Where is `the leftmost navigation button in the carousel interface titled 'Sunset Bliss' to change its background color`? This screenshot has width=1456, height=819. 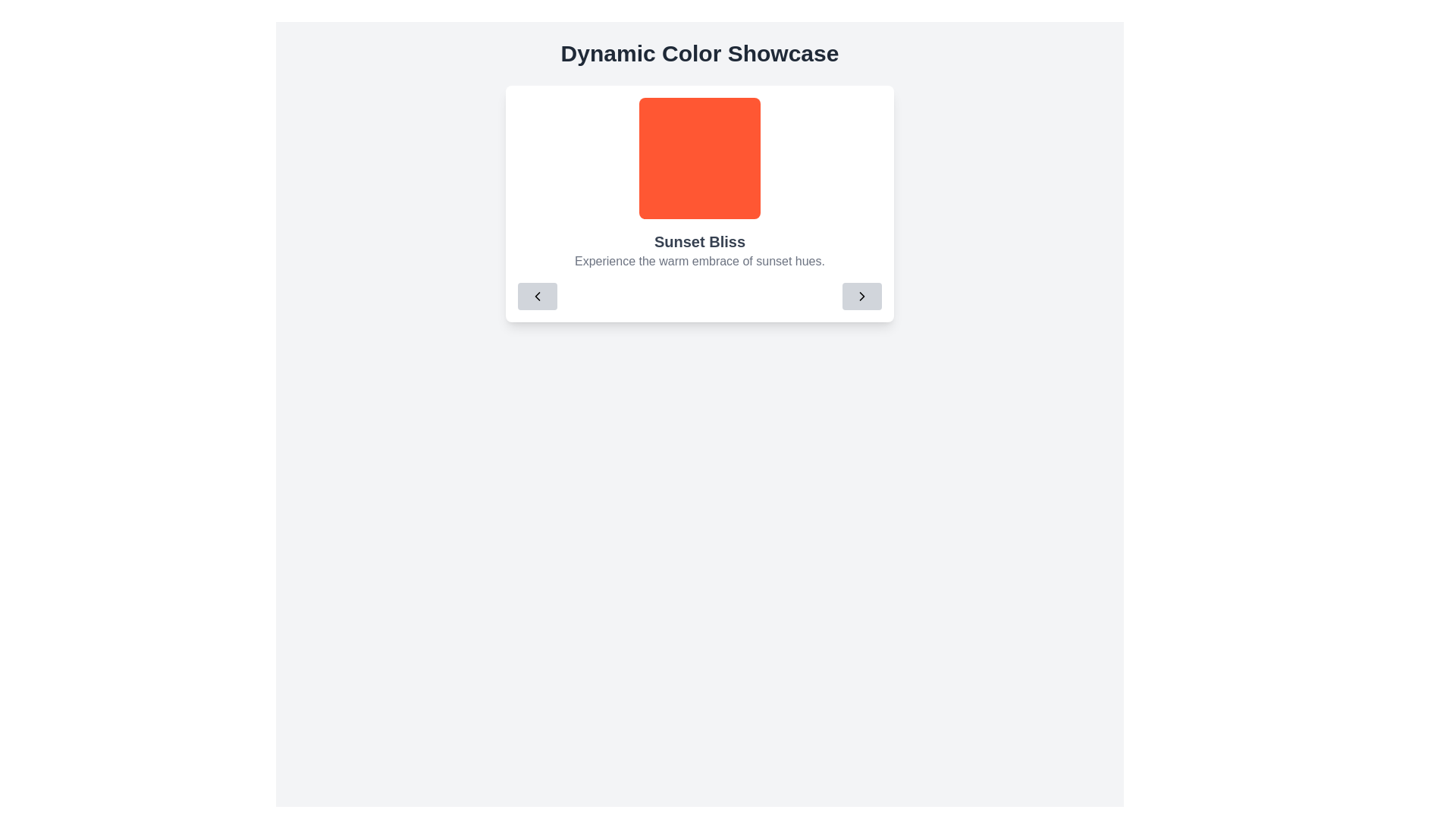 the leftmost navigation button in the carousel interface titled 'Sunset Bliss' to change its background color is located at coordinates (538, 296).